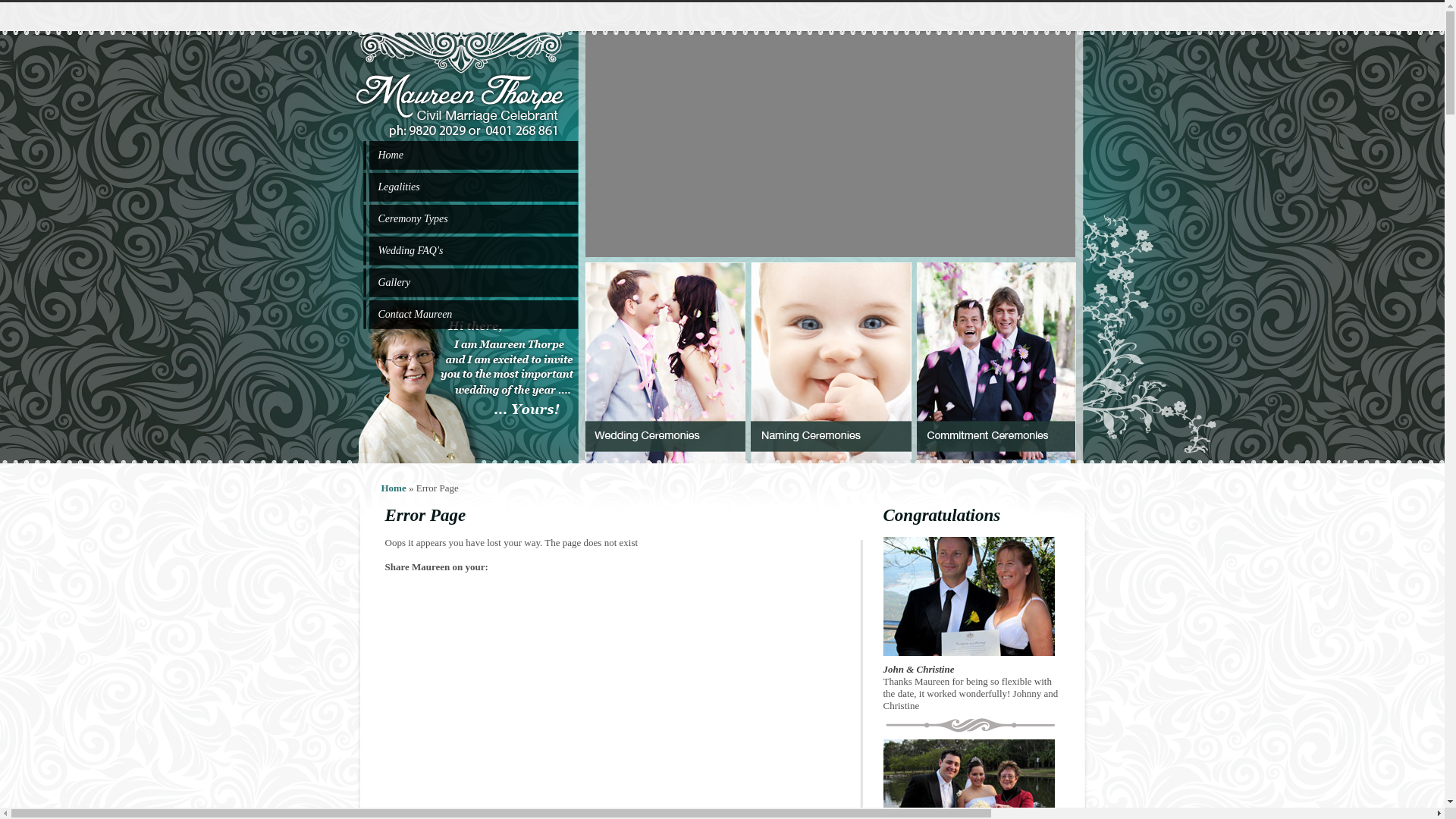 This screenshot has width=1456, height=819. What do you see at coordinates (390, 155) in the screenshot?
I see `'Home'` at bounding box center [390, 155].